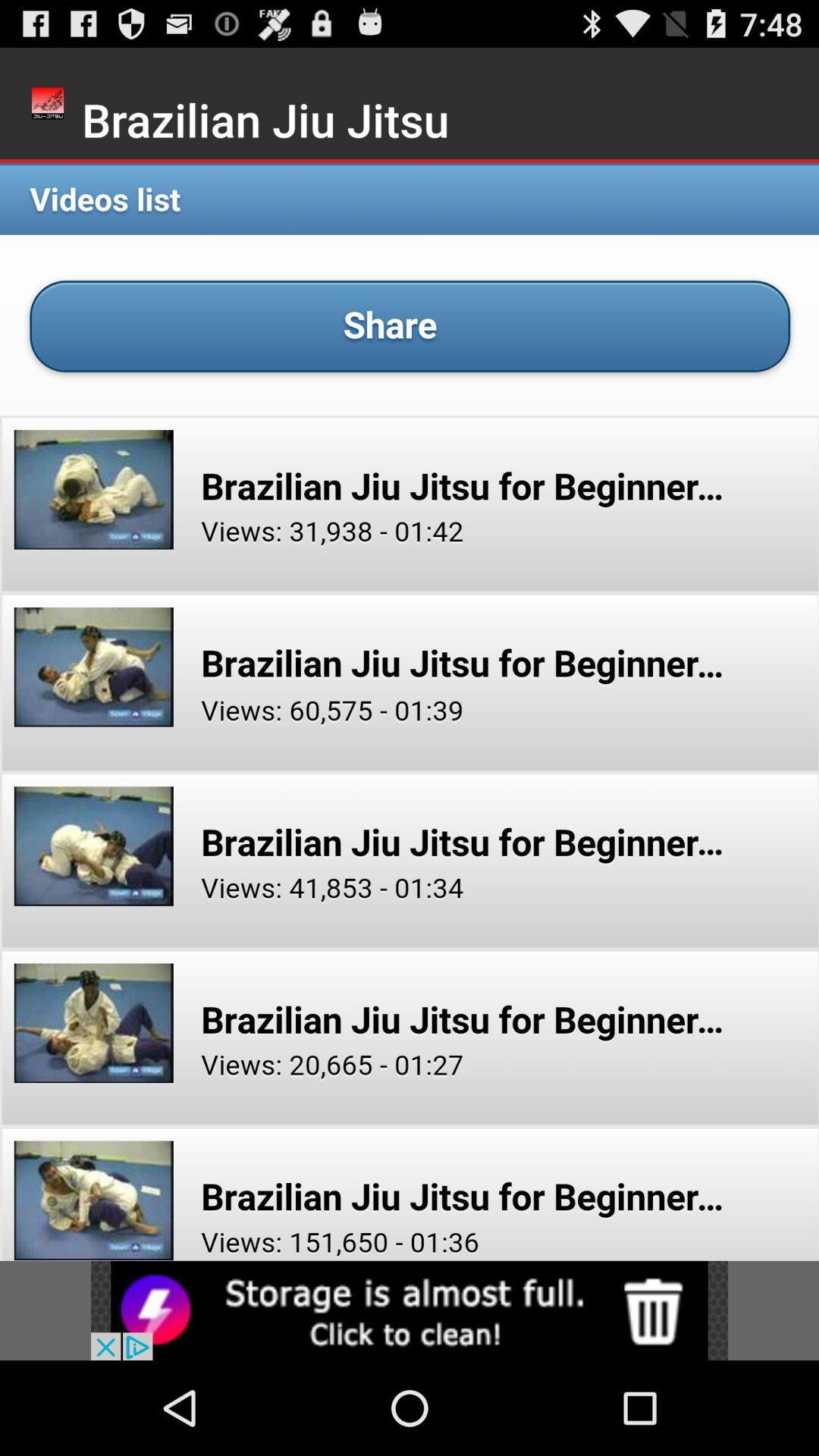  Describe the element at coordinates (409, 1310) in the screenshot. I see `advertisements` at that location.